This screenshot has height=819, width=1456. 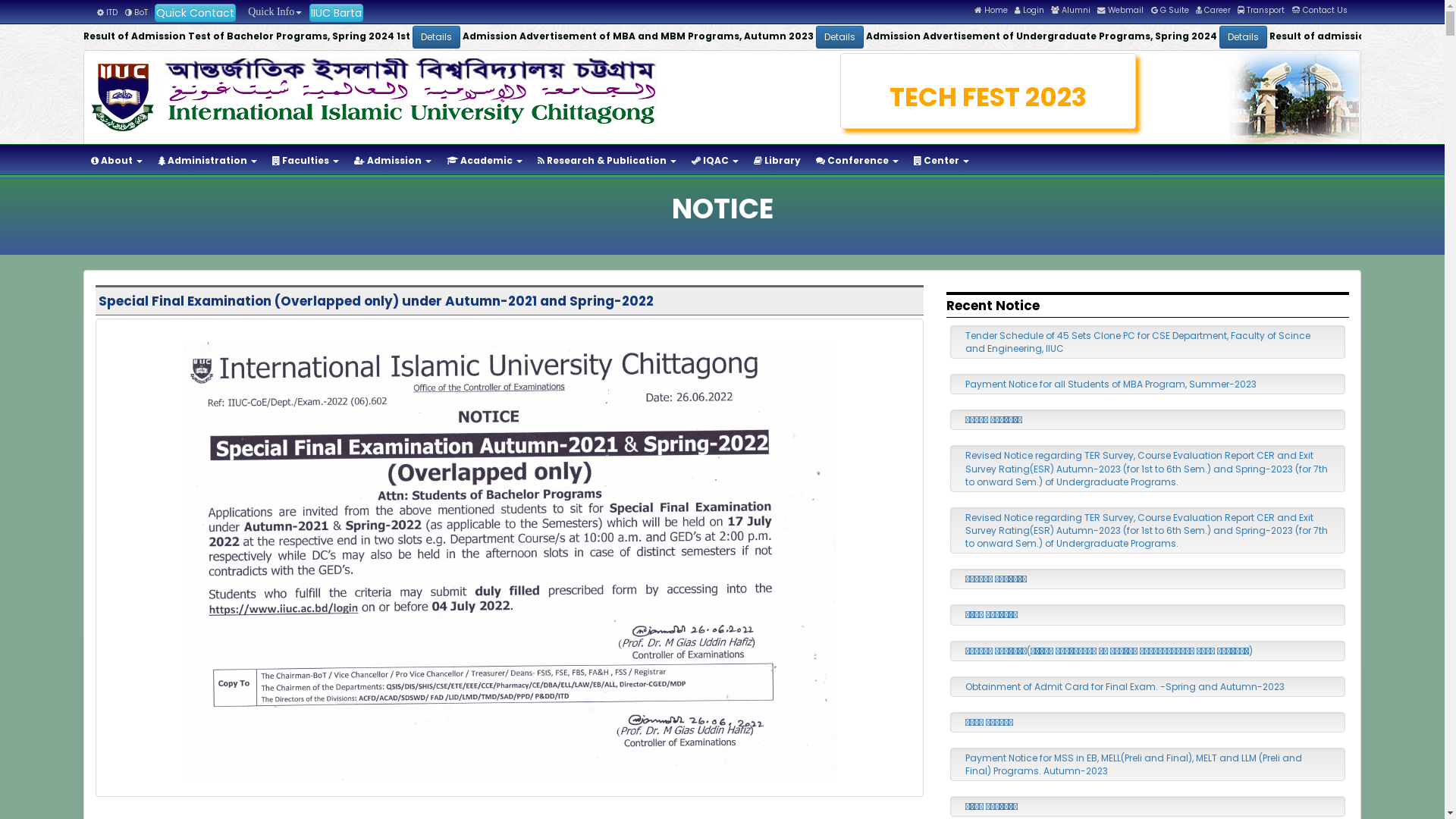 What do you see at coordinates (335, 12) in the screenshot?
I see `'IIUC Barta'` at bounding box center [335, 12].